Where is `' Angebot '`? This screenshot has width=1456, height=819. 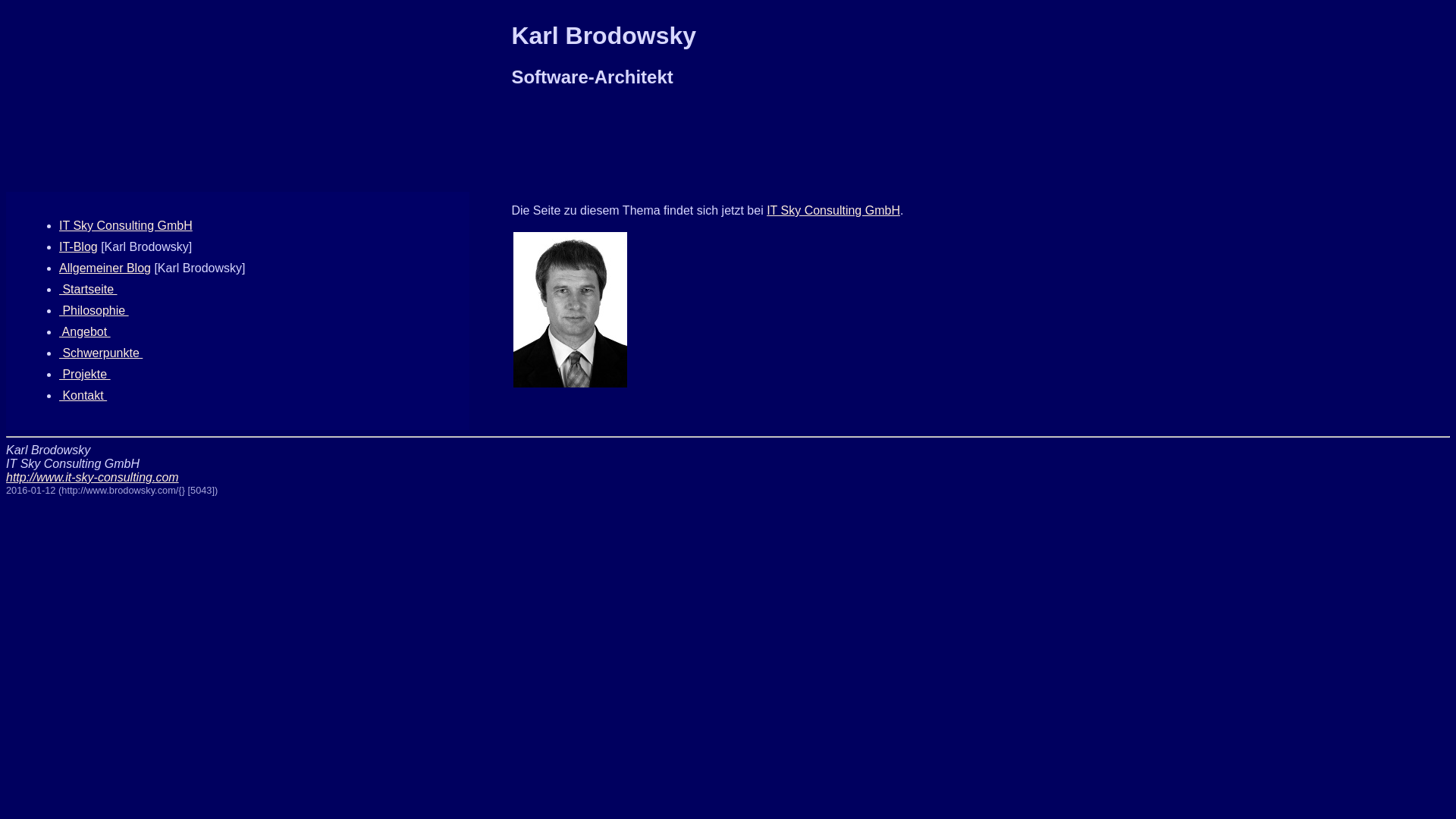
' Angebot ' is located at coordinates (83, 331).